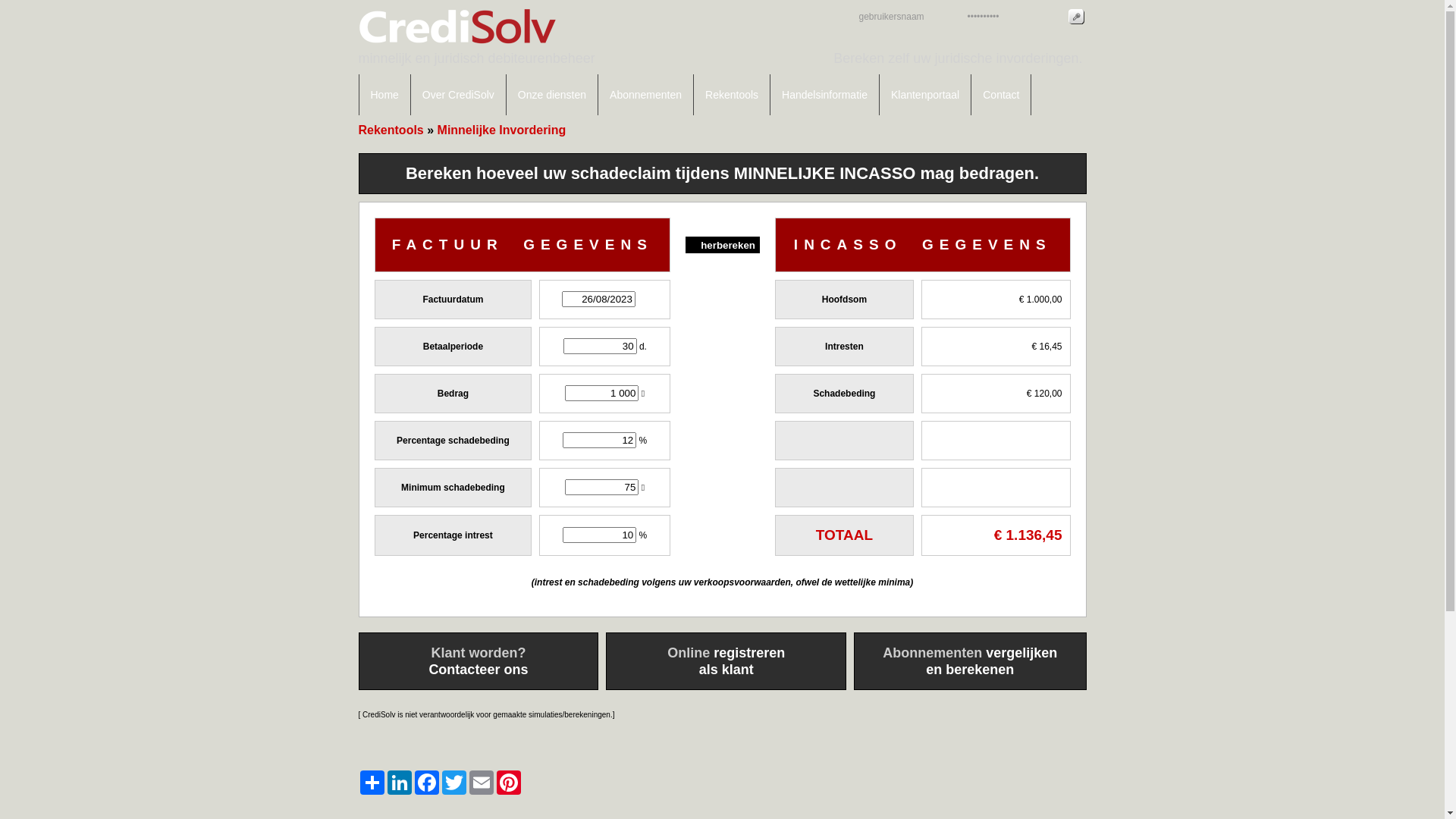  I want to click on 'Bereken zelf uw juridische invorderingen.', so click(956, 58).